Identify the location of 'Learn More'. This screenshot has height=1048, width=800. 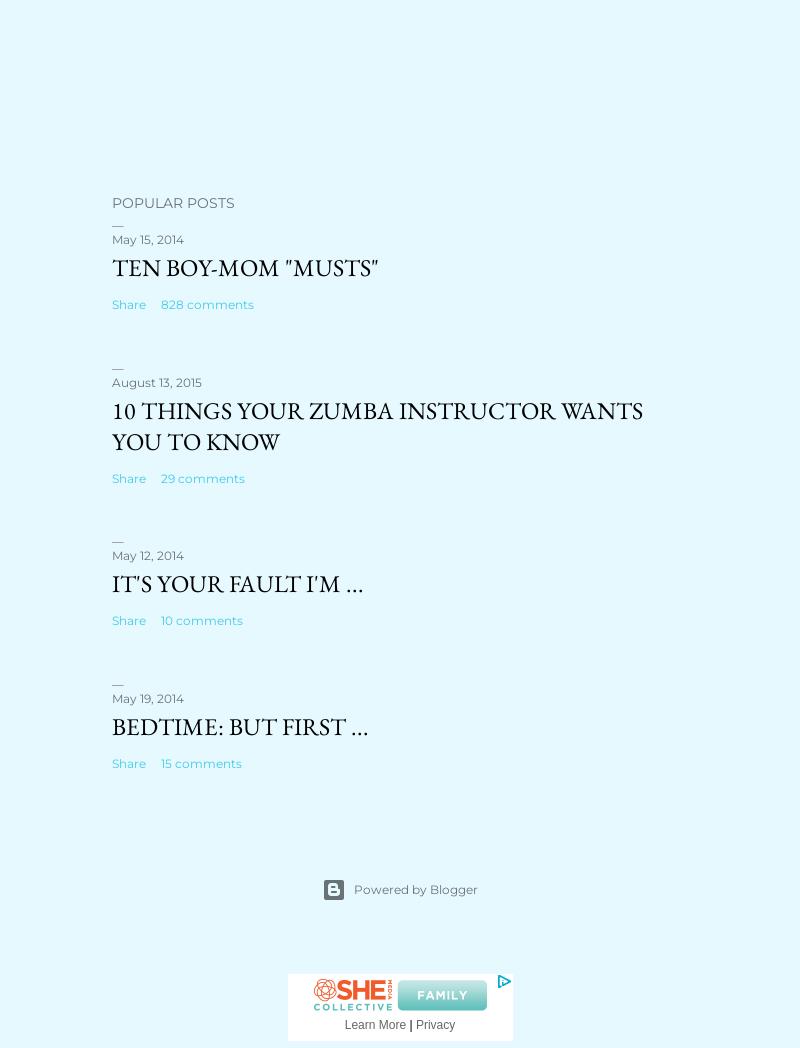
(344, 1024).